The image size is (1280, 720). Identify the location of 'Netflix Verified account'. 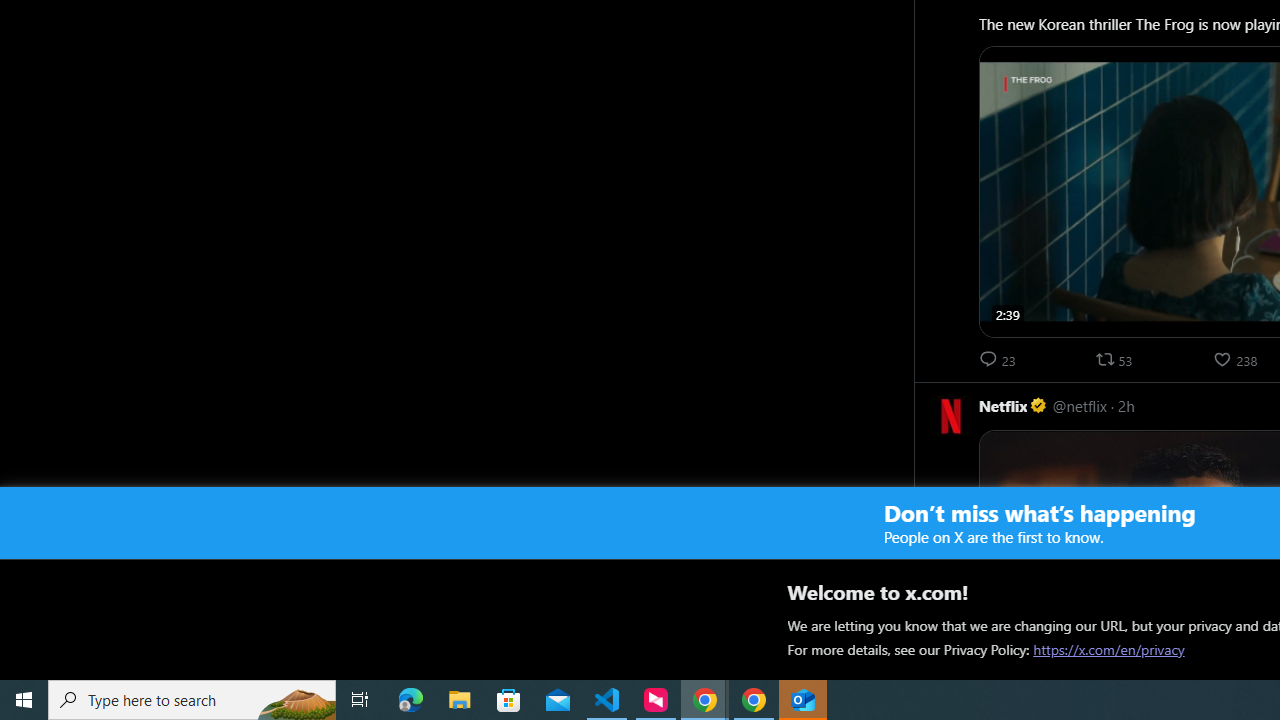
(1014, 405).